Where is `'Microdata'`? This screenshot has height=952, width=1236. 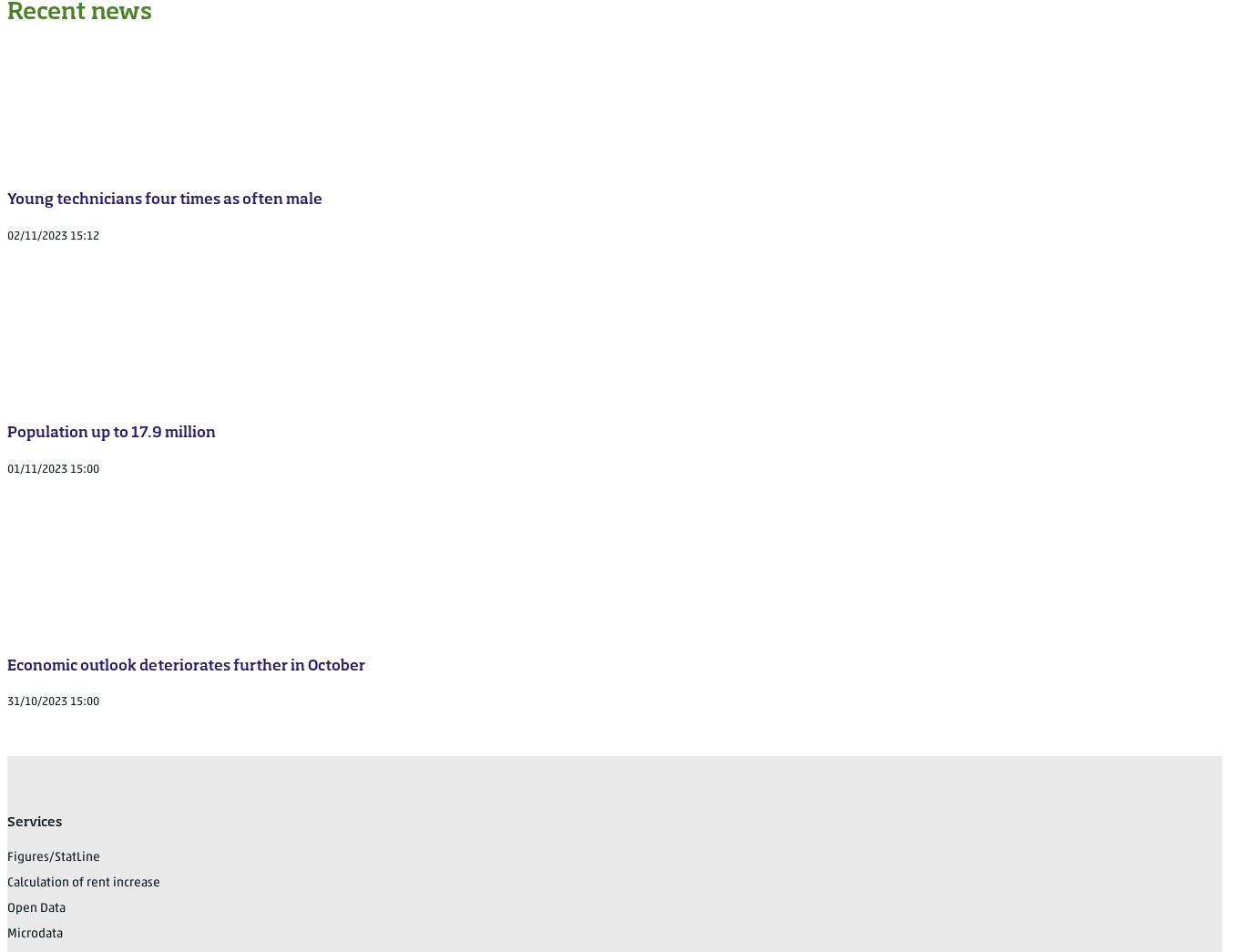
'Microdata' is located at coordinates (6, 933).